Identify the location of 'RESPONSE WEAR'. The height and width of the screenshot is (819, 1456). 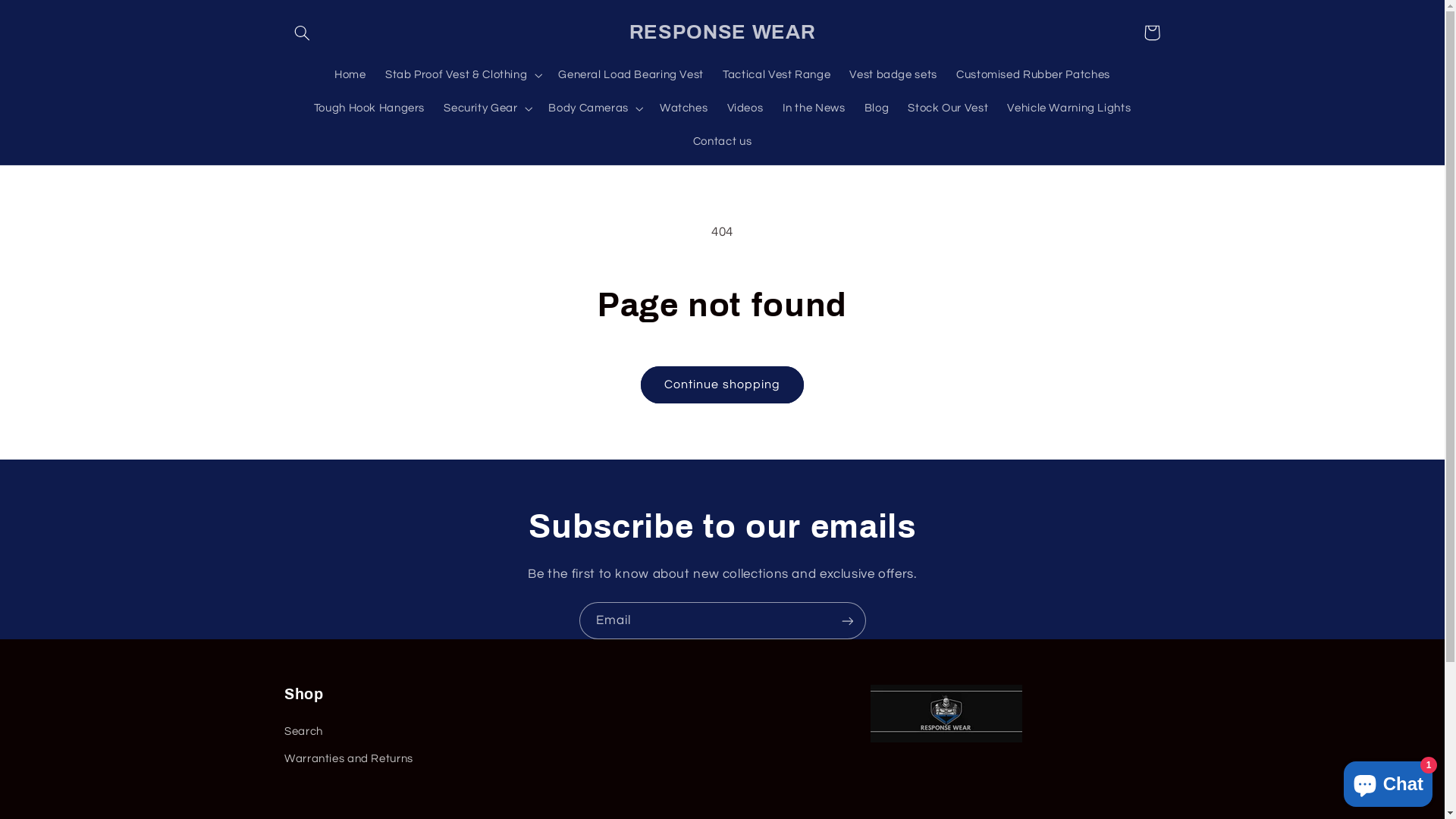
(721, 32).